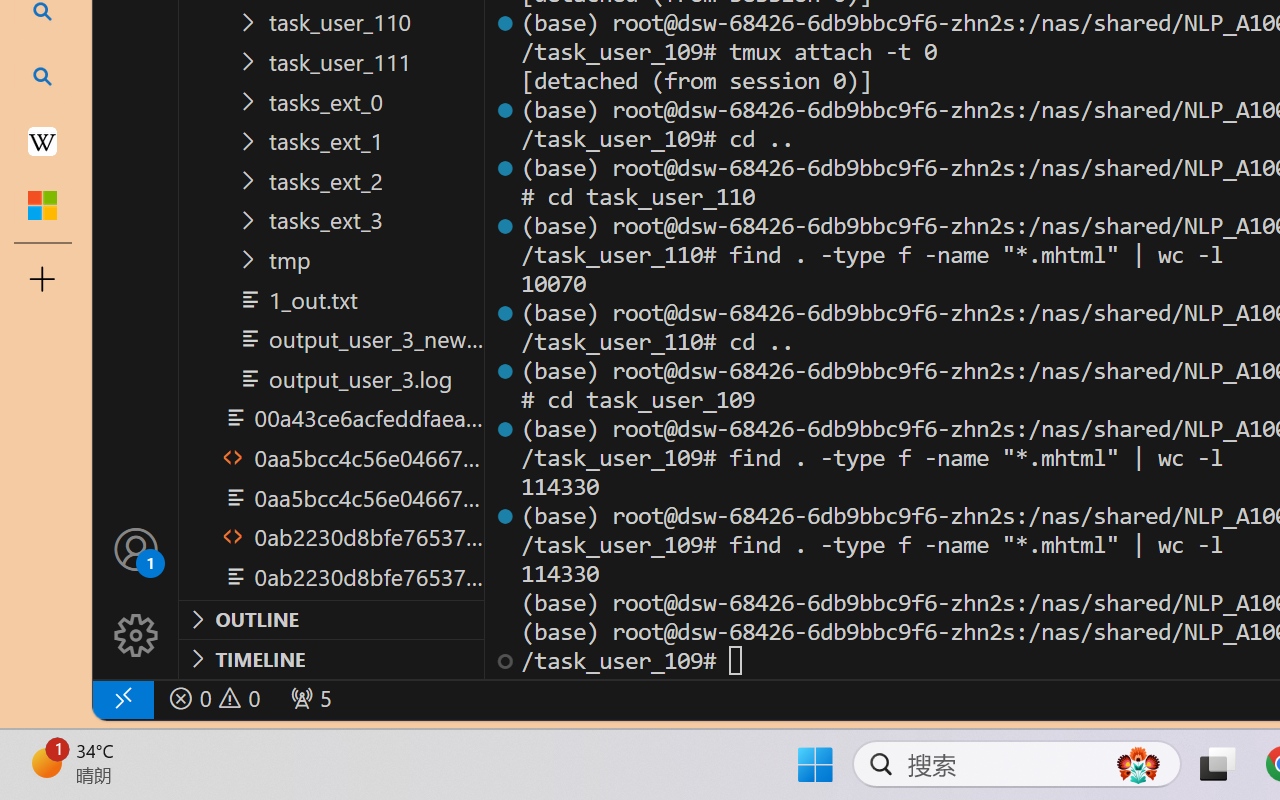 The image size is (1280, 800). What do you see at coordinates (331, 657) in the screenshot?
I see `'Timeline Section'` at bounding box center [331, 657].